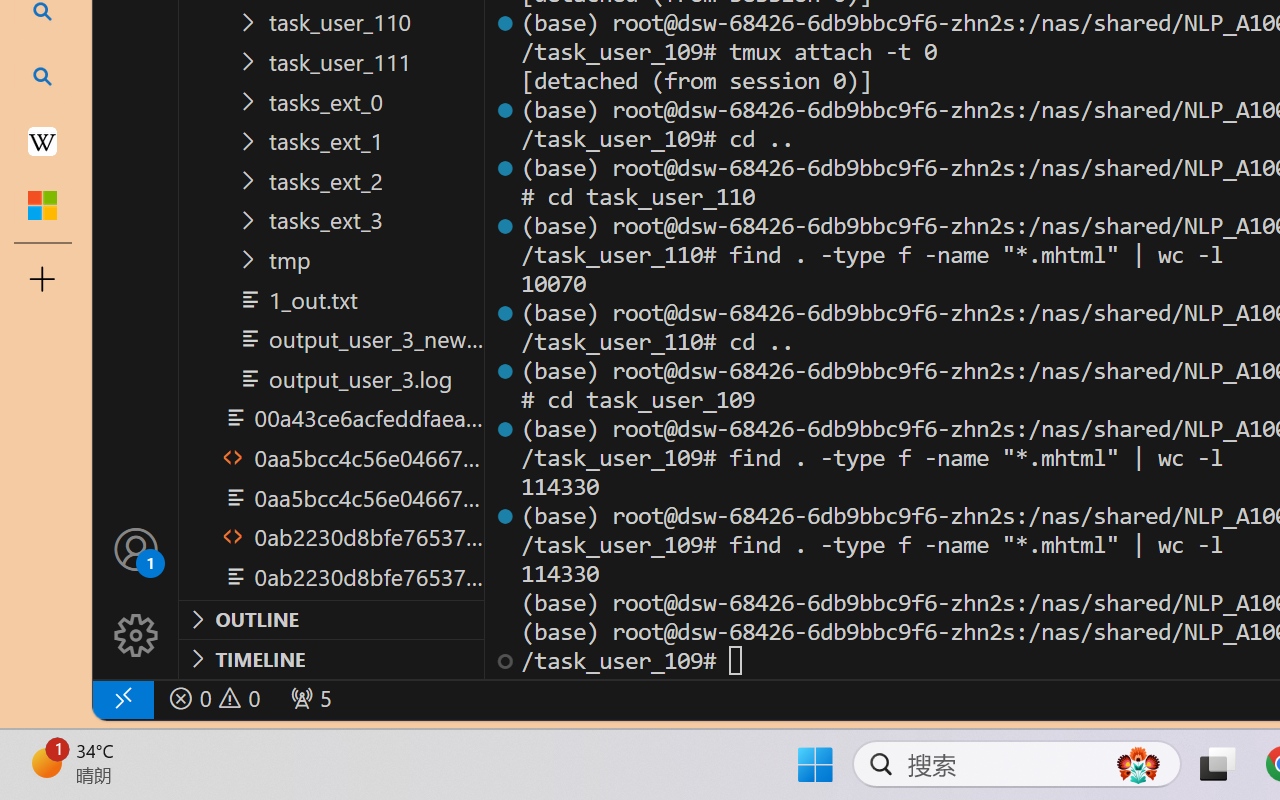 The image size is (1280, 800). What do you see at coordinates (331, 657) in the screenshot?
I see `'Timeline Section'` at bounding box center [331, 657].